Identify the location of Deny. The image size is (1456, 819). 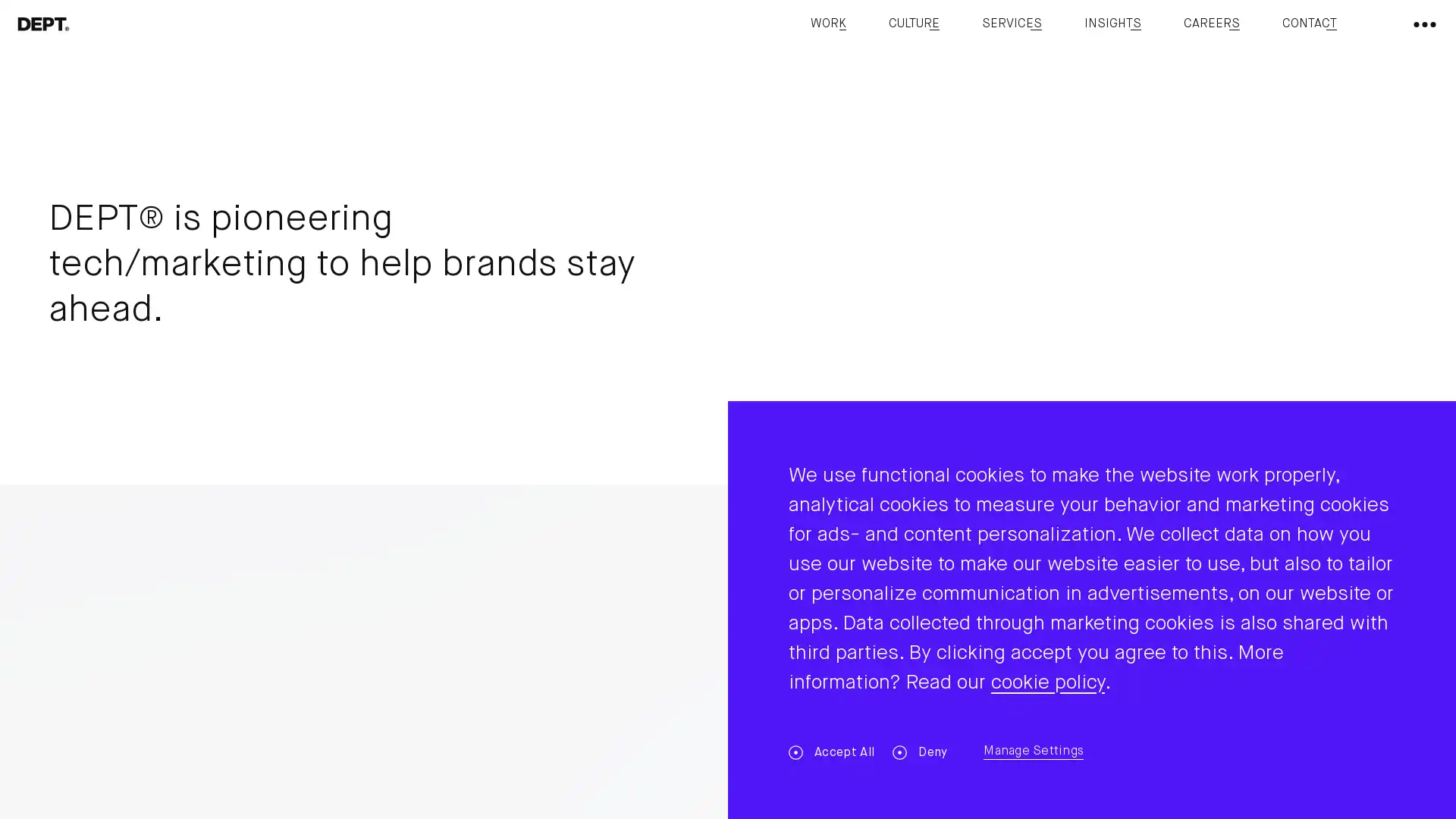
(919, 752).